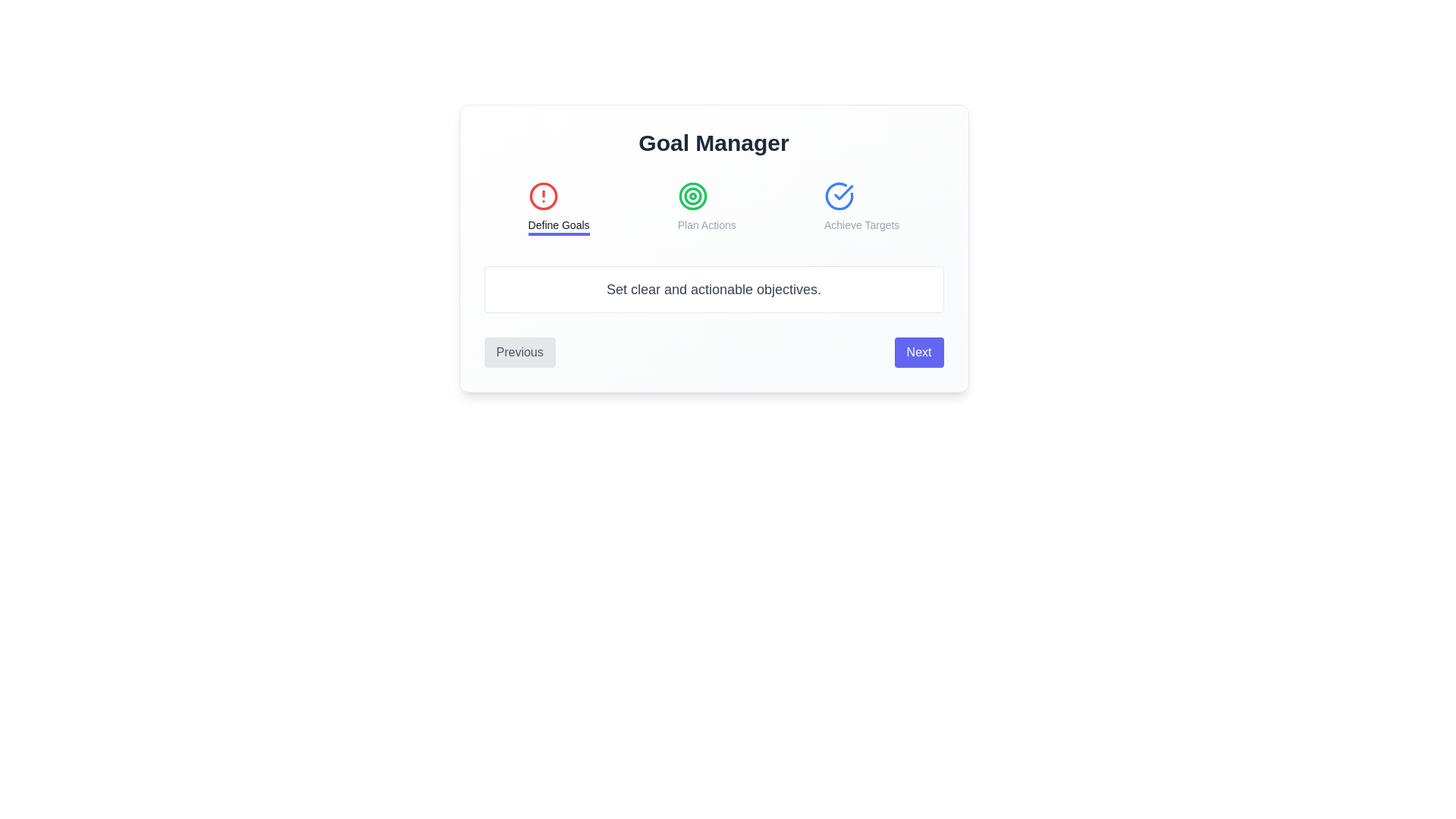 This screenshot has height=819, width=1456. Describe the element at coordinates (519, 353) in the screenshot. I see `the 'Previous' button to navigate to the previous stage` at that location.